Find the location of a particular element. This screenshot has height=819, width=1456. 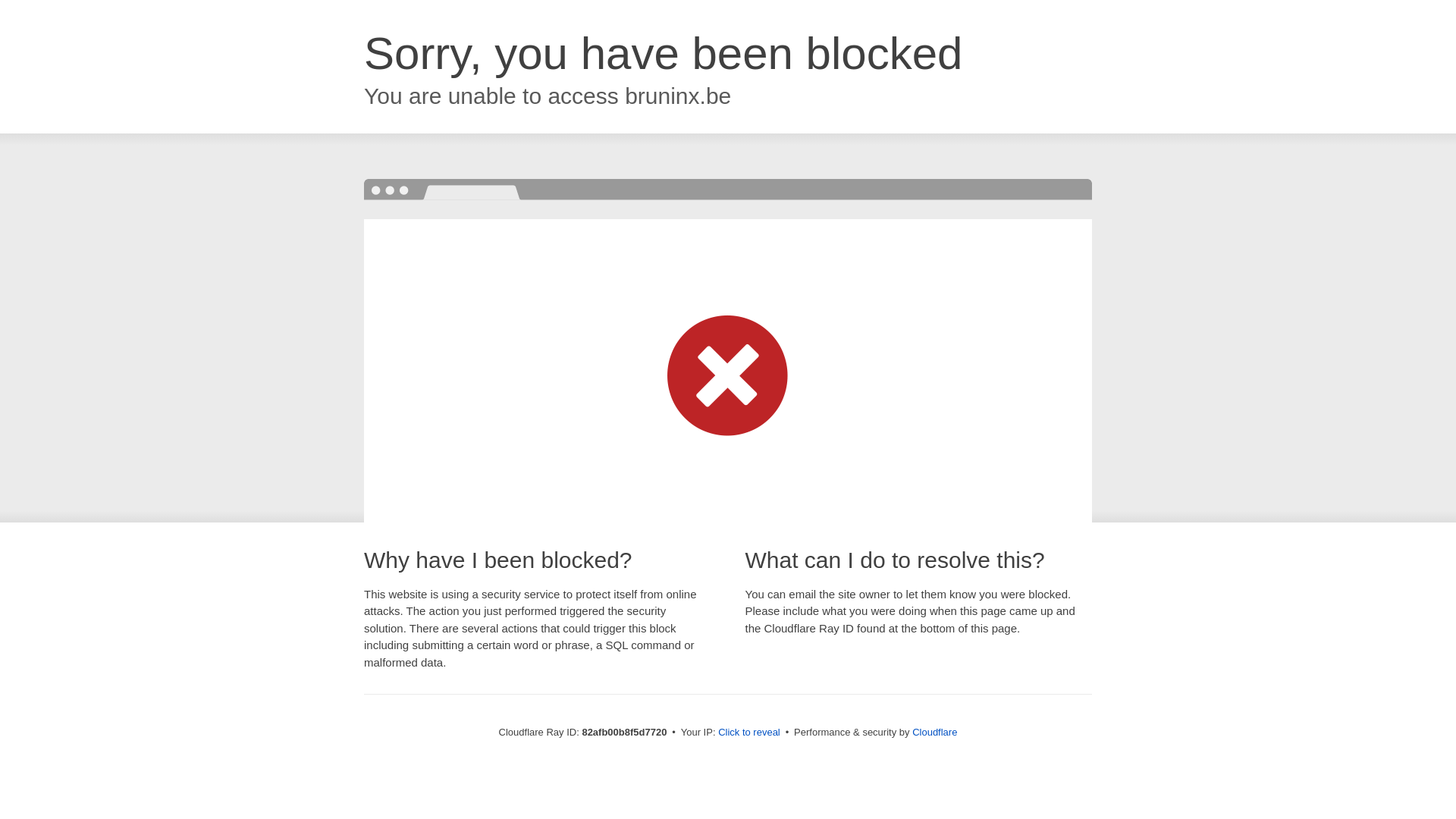

'Cloudflare' is located at coordinates (934, 731).